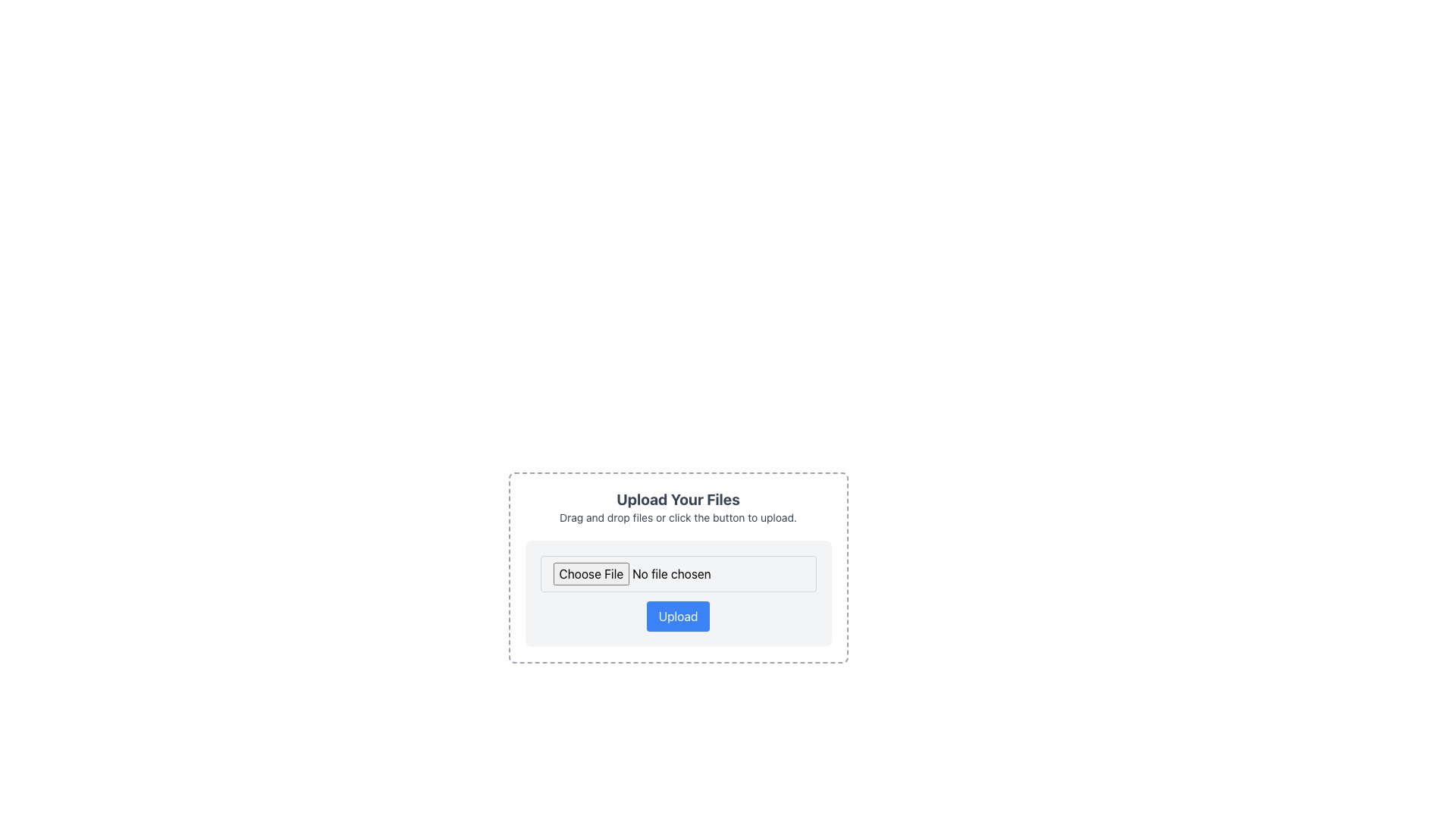 The image size is (1456, 819). What do you see at coordinates (677, 516) in the screenshot?
I see `the instructional text that describes methods for uploading files, located below the 'Upload Your Files' heading` at bounding box center [677, 516].